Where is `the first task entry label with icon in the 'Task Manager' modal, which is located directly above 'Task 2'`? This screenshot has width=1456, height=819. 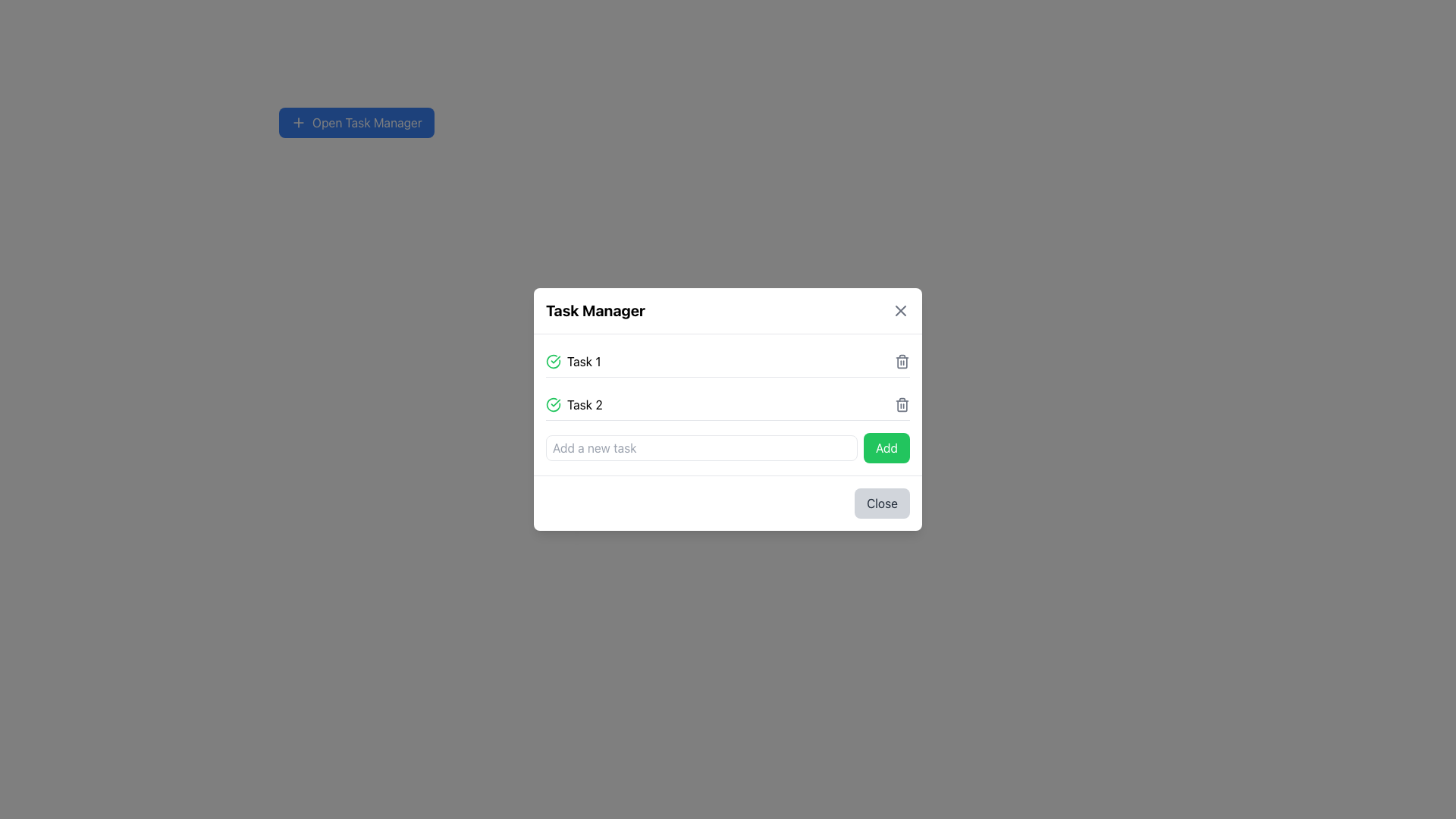 the first task entry label with icon in the 'Task Manager' modal, which is located directly above 'Task 2' is located at coordinates (573, 362).